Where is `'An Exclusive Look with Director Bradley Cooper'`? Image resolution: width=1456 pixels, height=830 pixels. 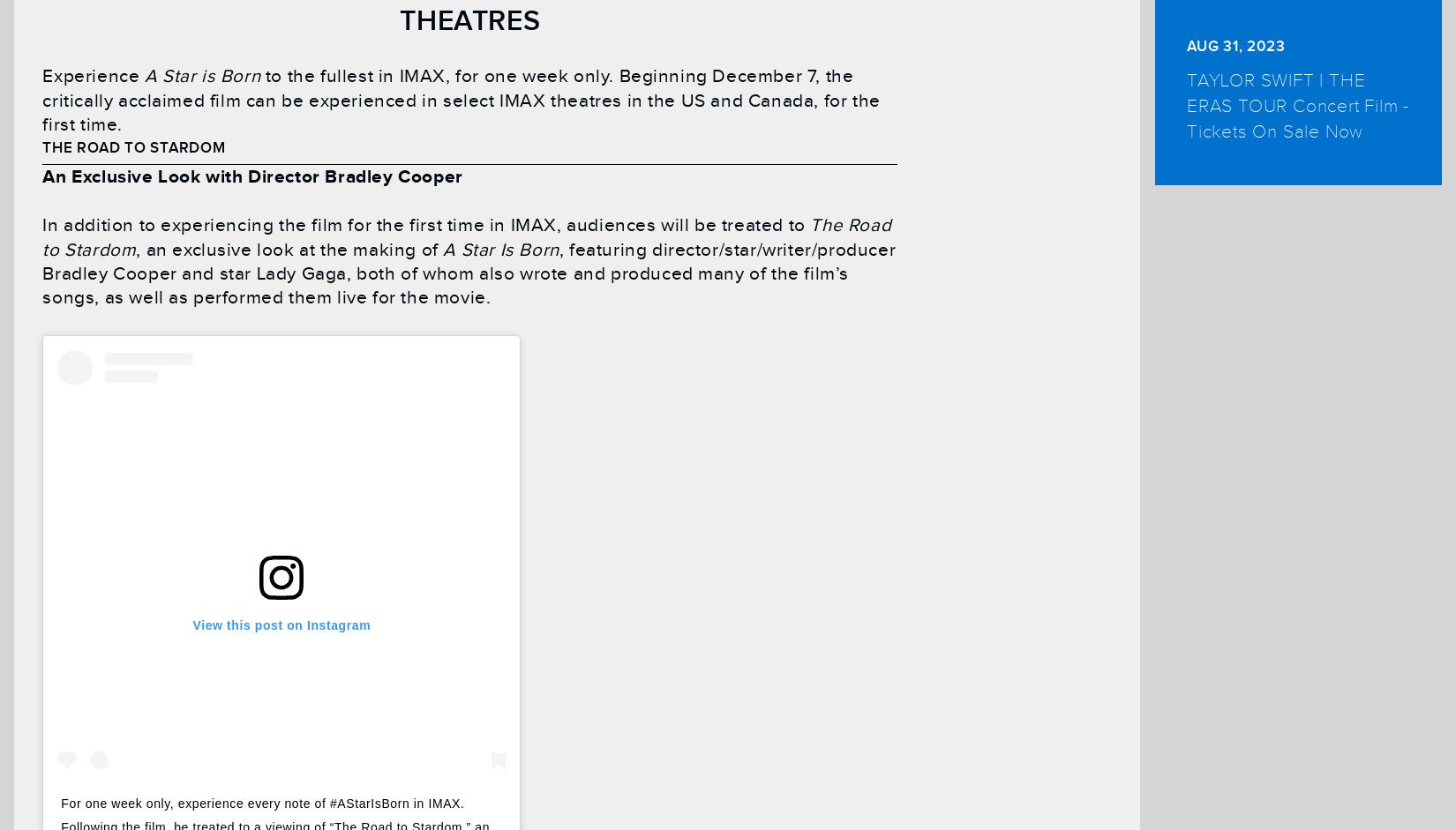 'An Exclusive Look with Director Bradley Cooper' is located at coordinates (251, 176).